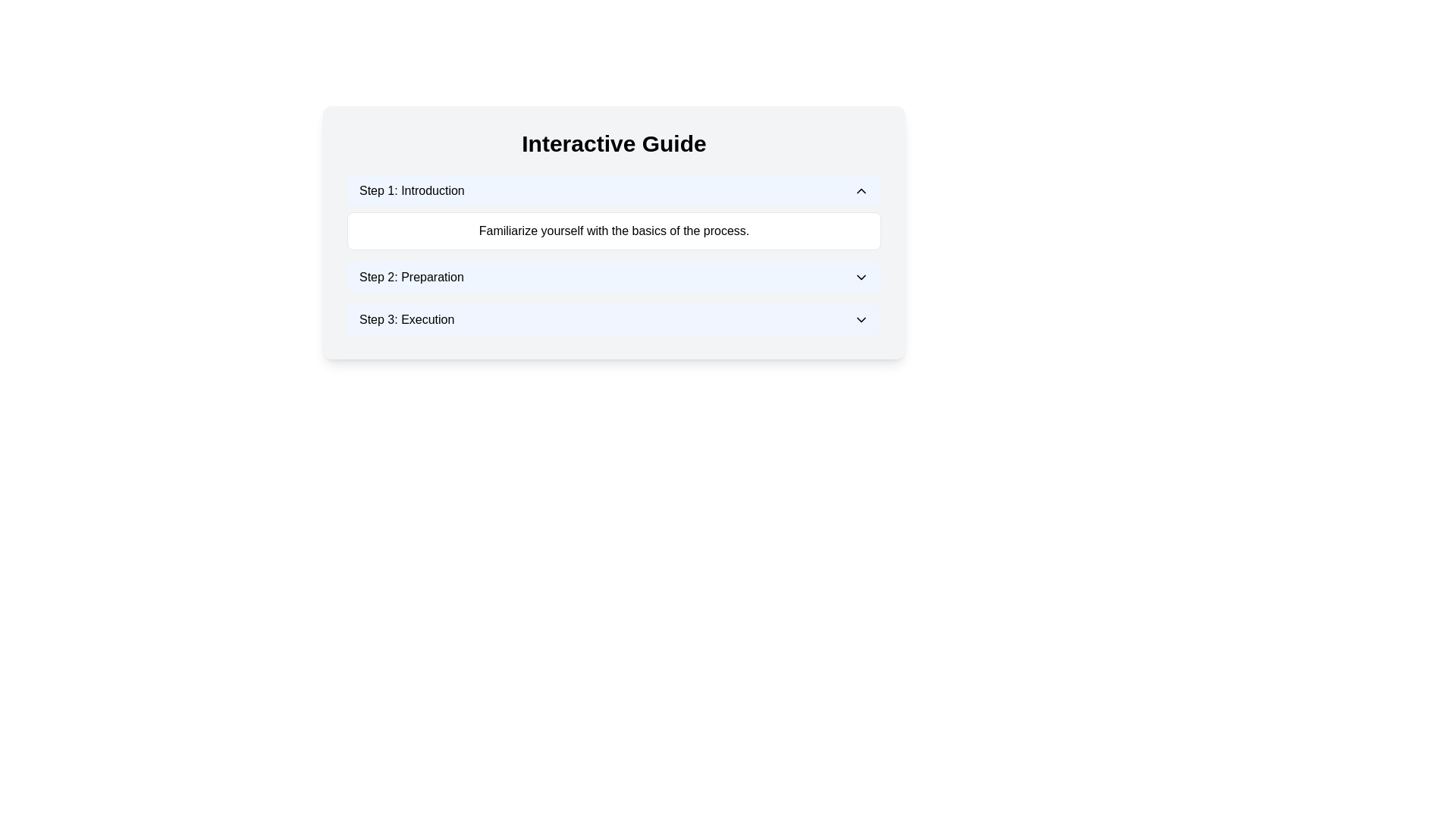 The image size is (1456, 819). What do you see at coordinates (614, 254) in the screenshot?
I see `the second item in the vertical list of steps in the Interactive Guide, which is centrally positioned with a light-colored background` at bounding box center [614, 254].